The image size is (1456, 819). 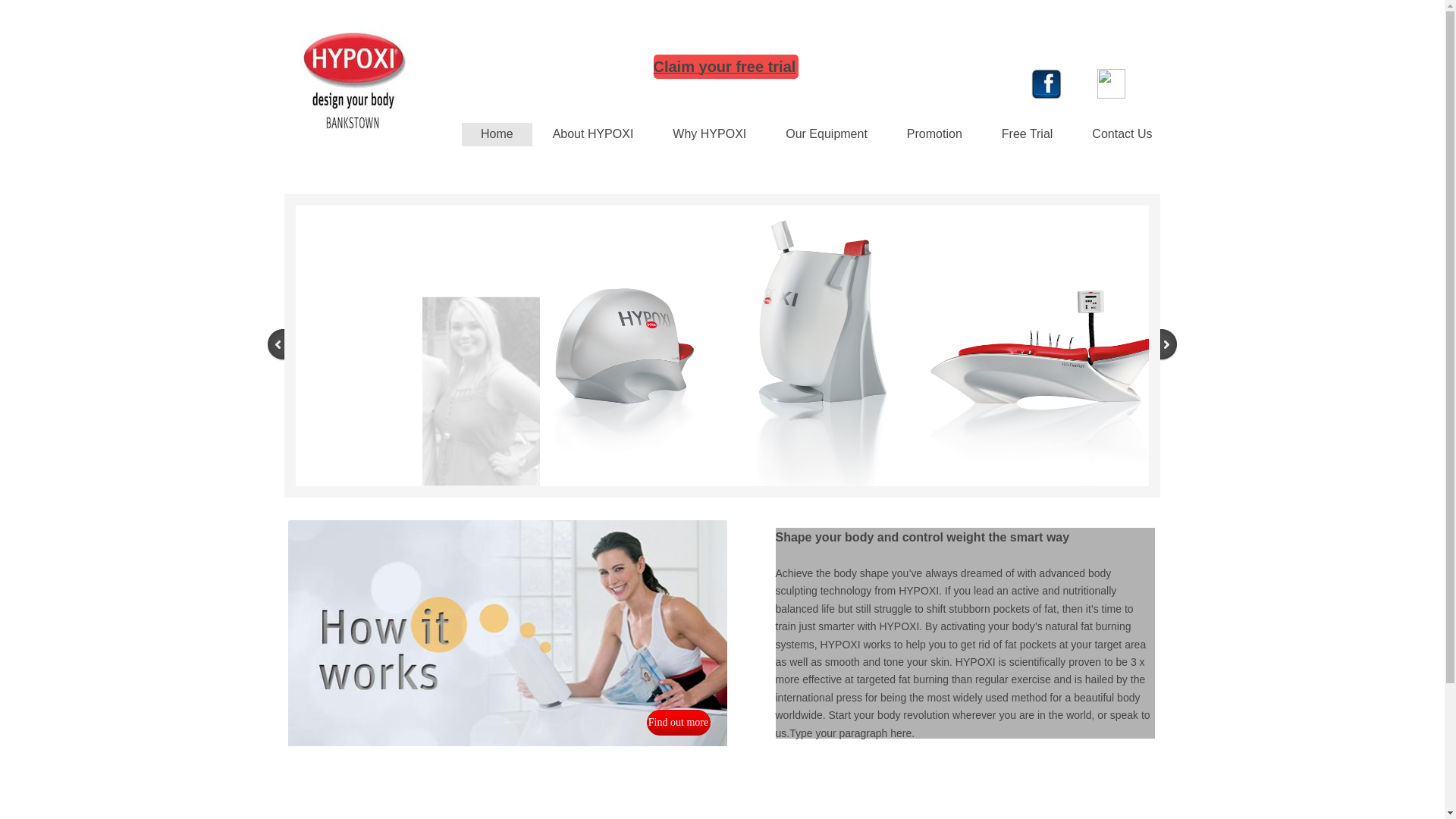 What do you see at coordinates (888, 133) in the screenshot?
I see `'Promotion'` at bounding box center [888, 133].